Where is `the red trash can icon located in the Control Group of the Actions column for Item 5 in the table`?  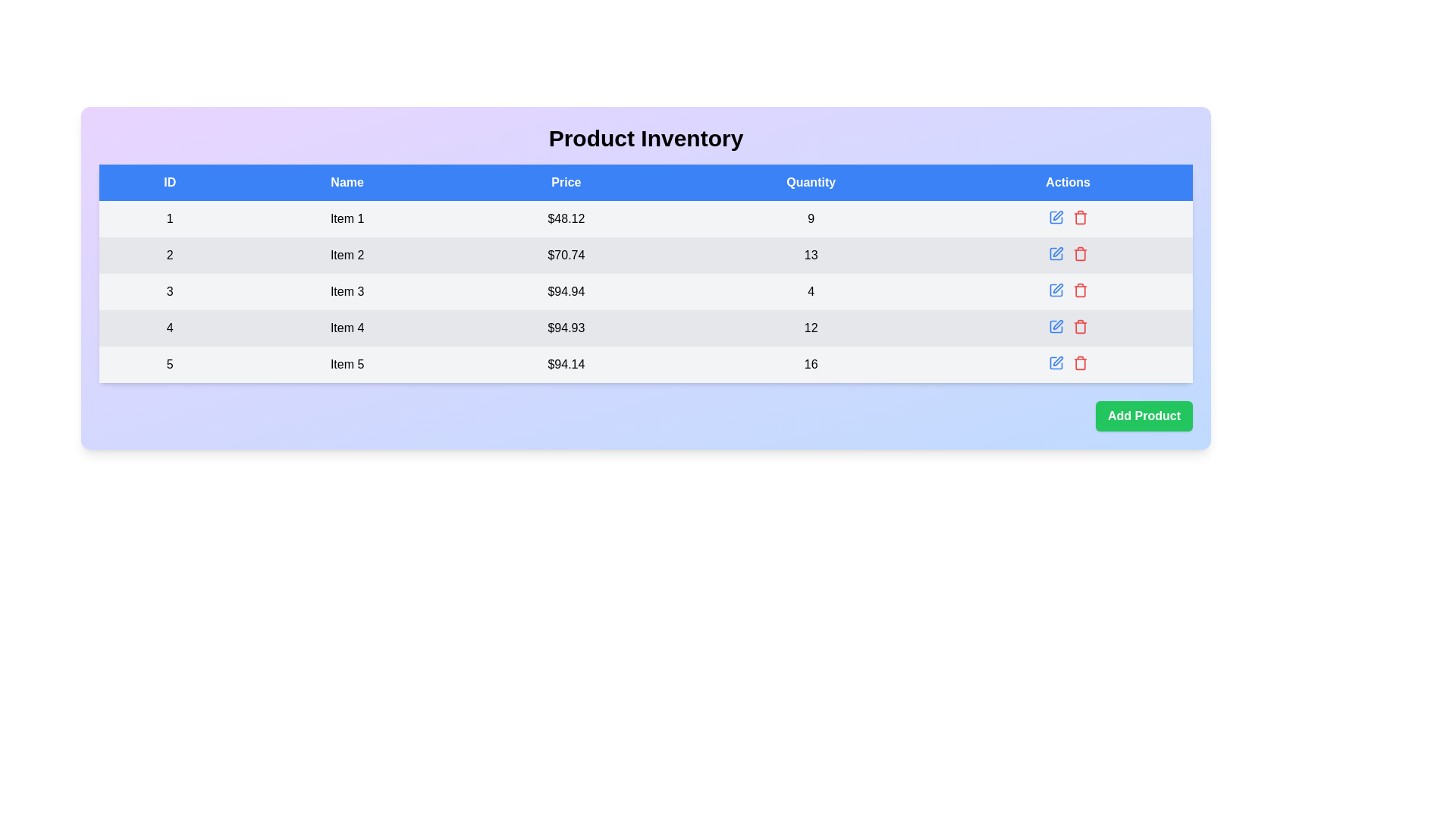 the red trash can icon located in the Control Group of the Actions column for Item 5 in the table is located at coordinates (1067, 362).